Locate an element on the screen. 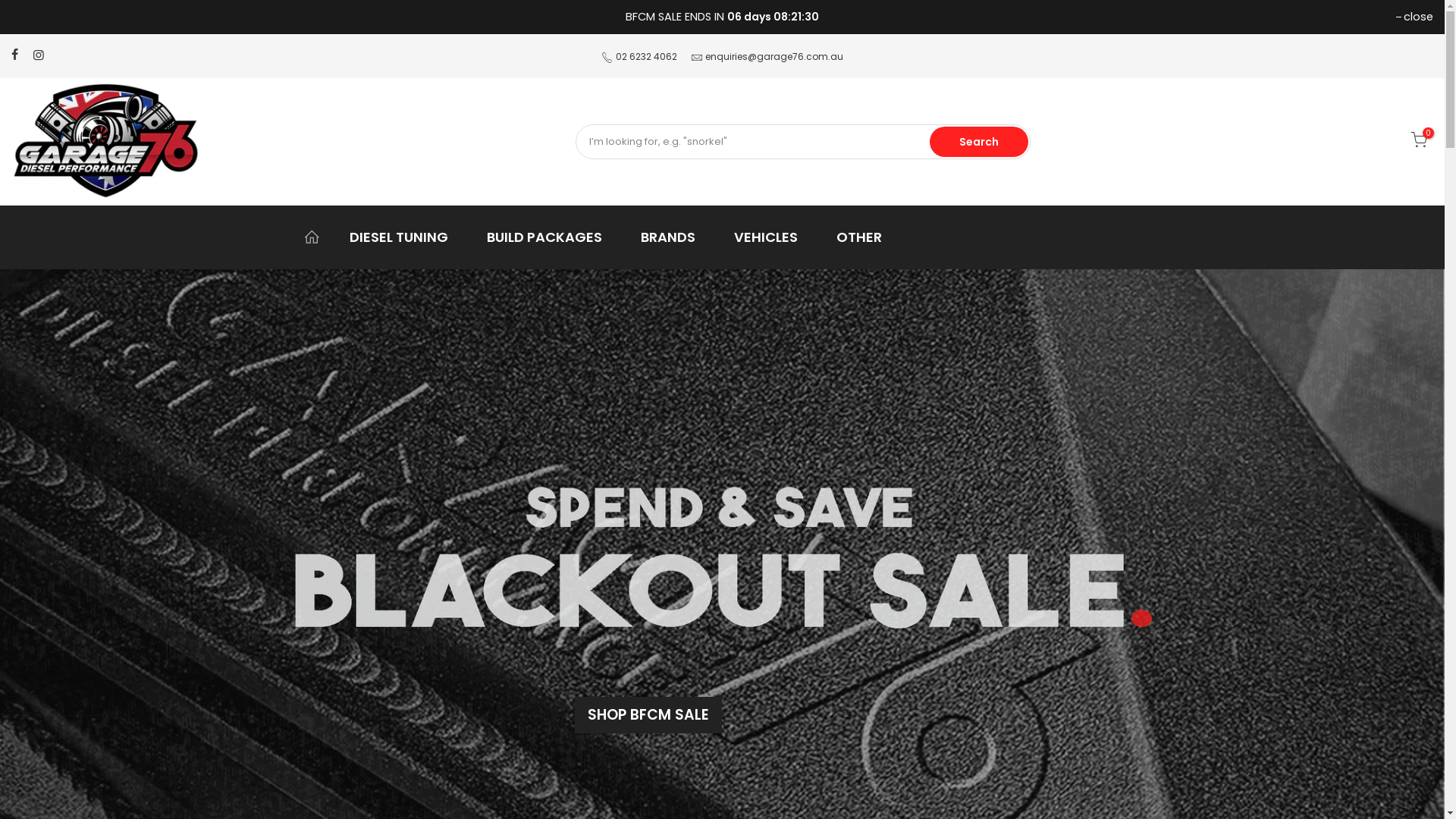  'BRANDS' is located at coordinates (673, 237).